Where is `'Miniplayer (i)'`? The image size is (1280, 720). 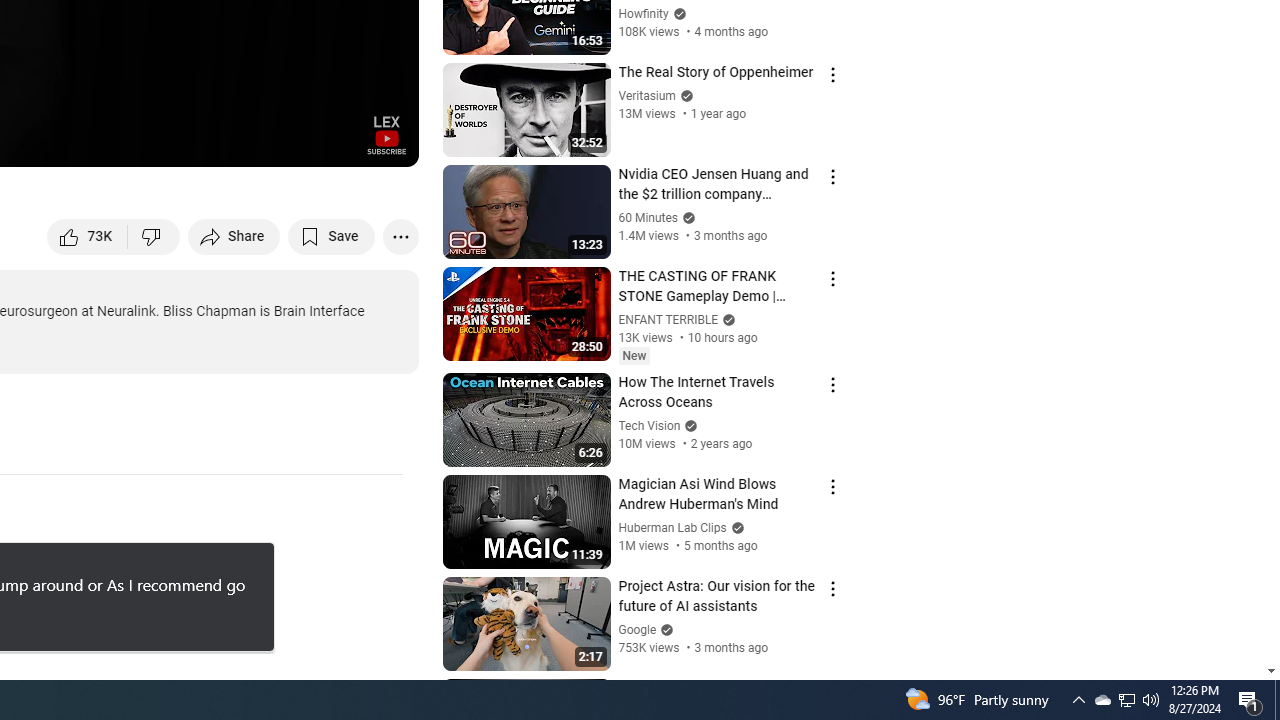 'Miniplayer (i)' is located at coordinates (285, 141).